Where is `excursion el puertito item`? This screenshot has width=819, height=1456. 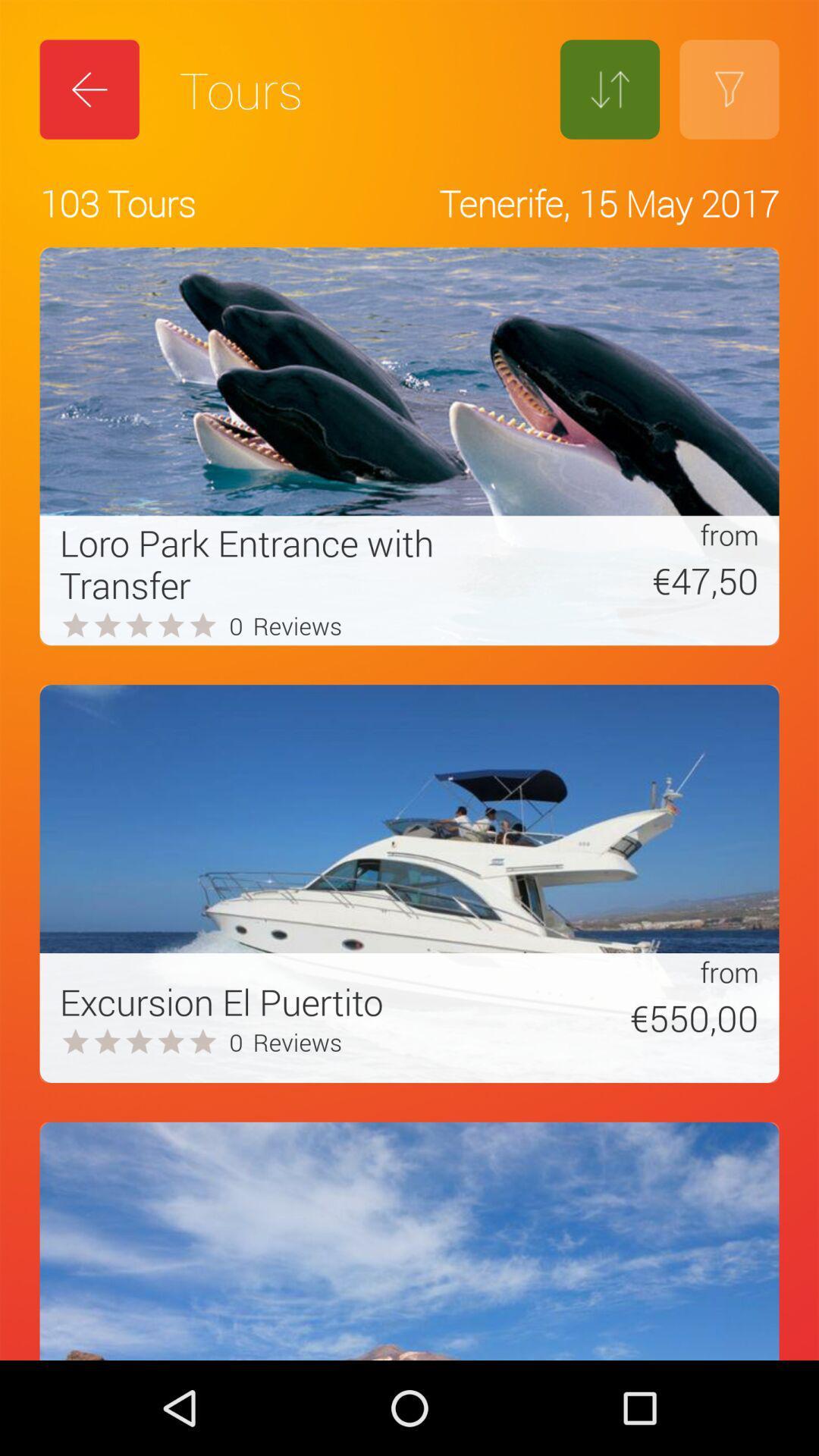 excursion el puertito item is located at coordinates (221, 1002).